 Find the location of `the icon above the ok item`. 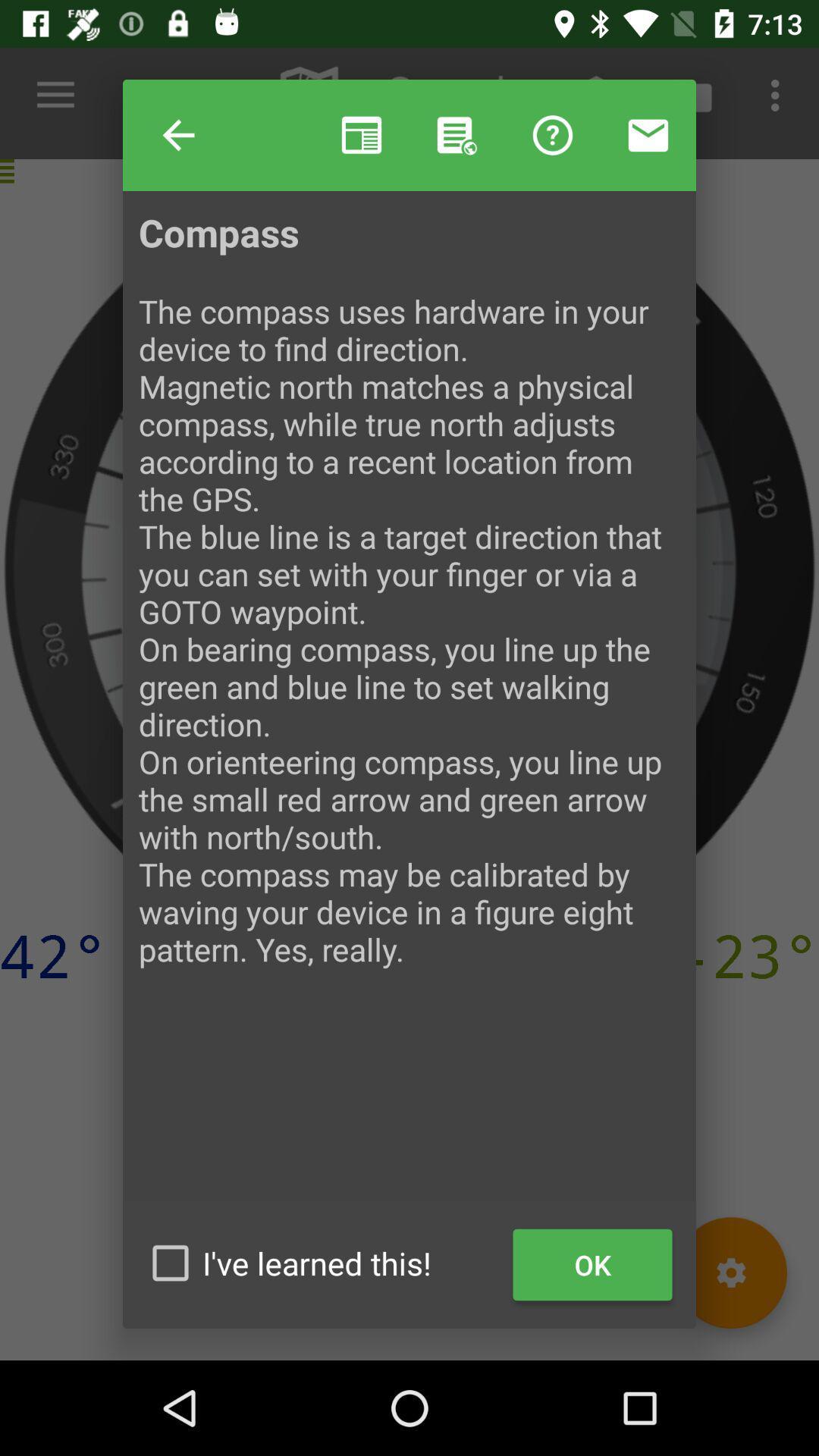

the icon above the ok item is located at coordinates (409, 703).